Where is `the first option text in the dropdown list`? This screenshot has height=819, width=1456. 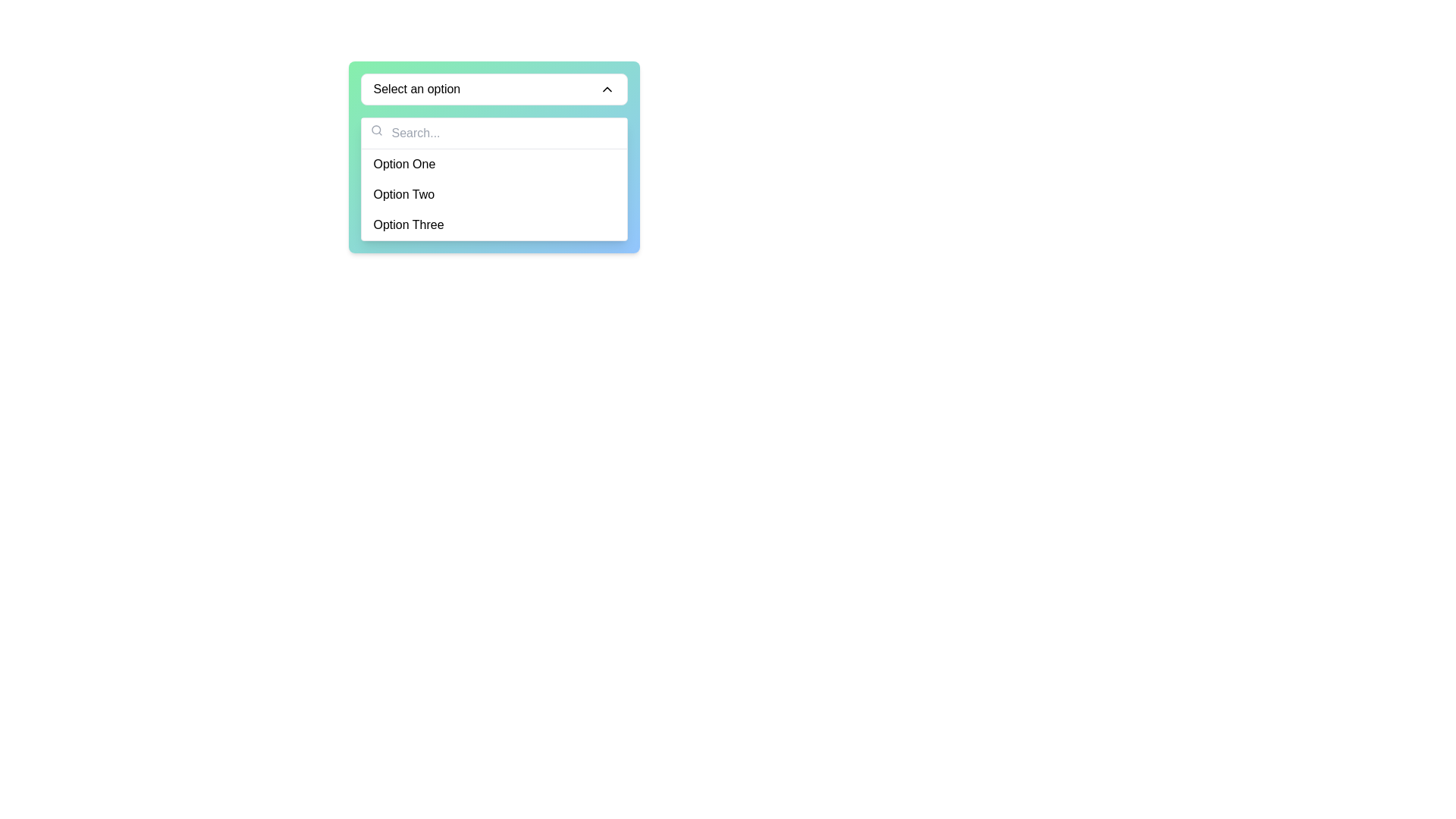
the first option text in the dropdown list is located at coordinates (404, 164).